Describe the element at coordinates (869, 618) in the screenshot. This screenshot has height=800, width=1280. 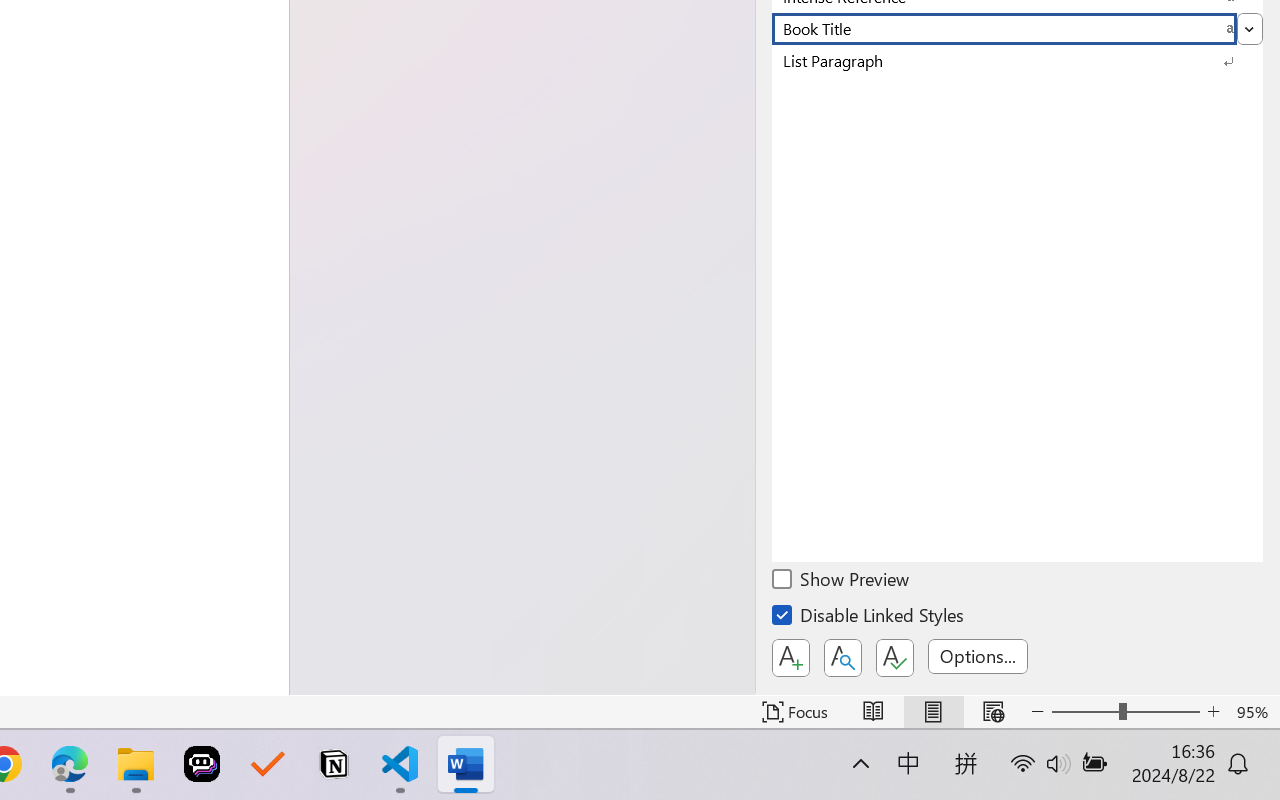
I see `'Disable Linked Styles'` at that location.